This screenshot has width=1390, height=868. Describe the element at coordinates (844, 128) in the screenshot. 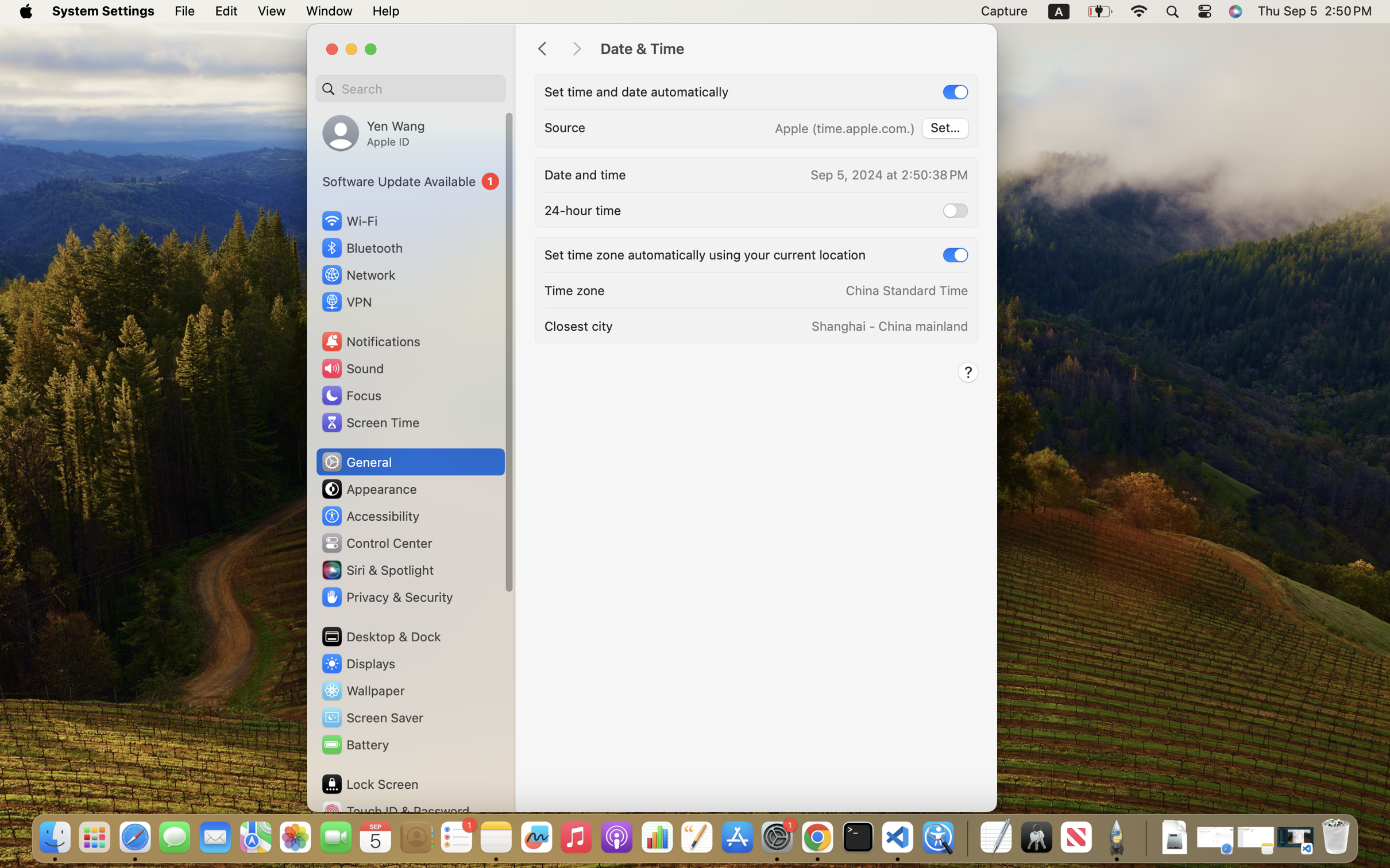

I see `'Apple (time.apple.com.)'` at that location.